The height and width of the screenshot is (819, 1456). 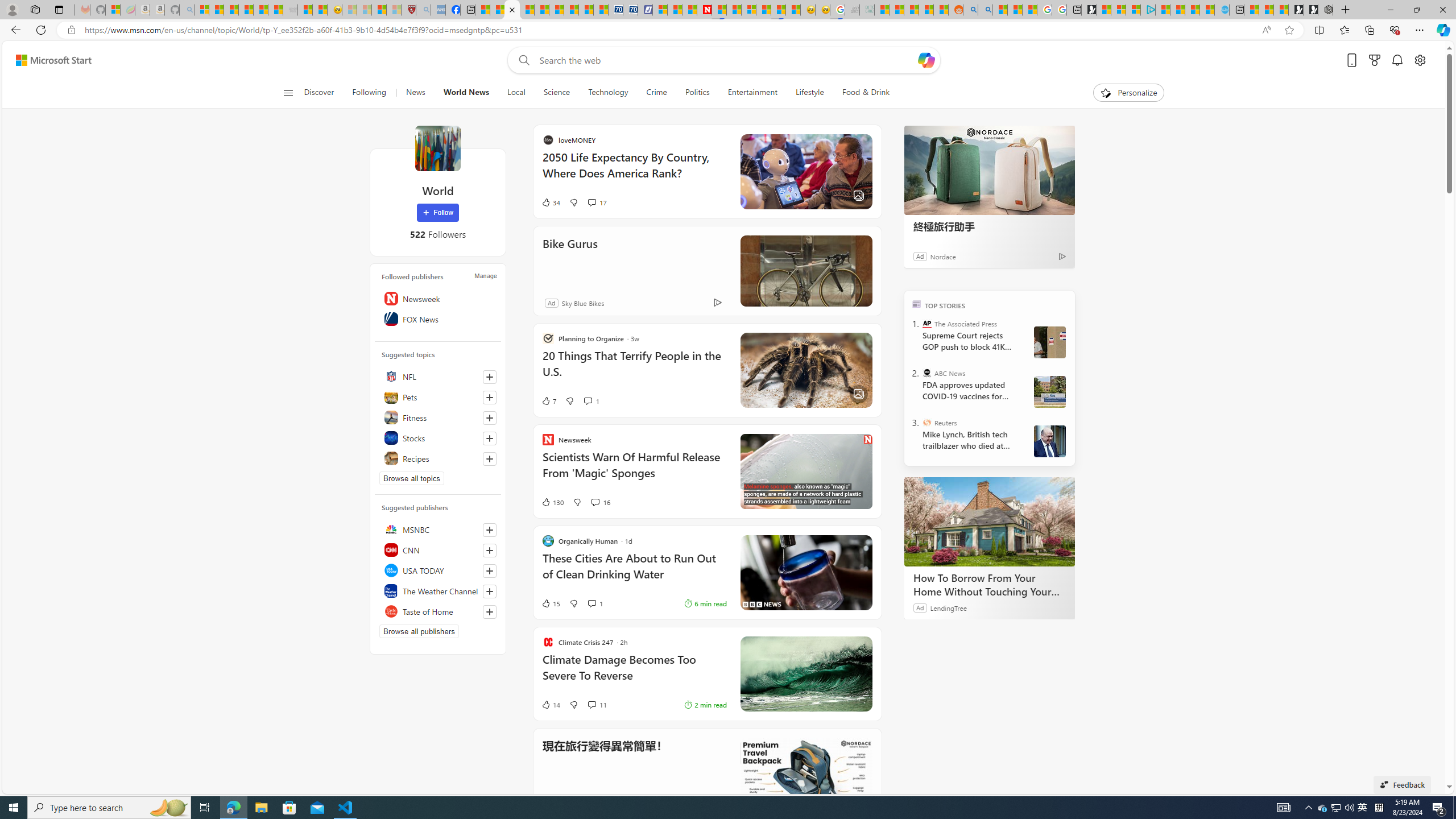 What do you see at coordinates (927, 422) in the screenshot?
I see `'Reuters'` at bounding box center [927, 422].